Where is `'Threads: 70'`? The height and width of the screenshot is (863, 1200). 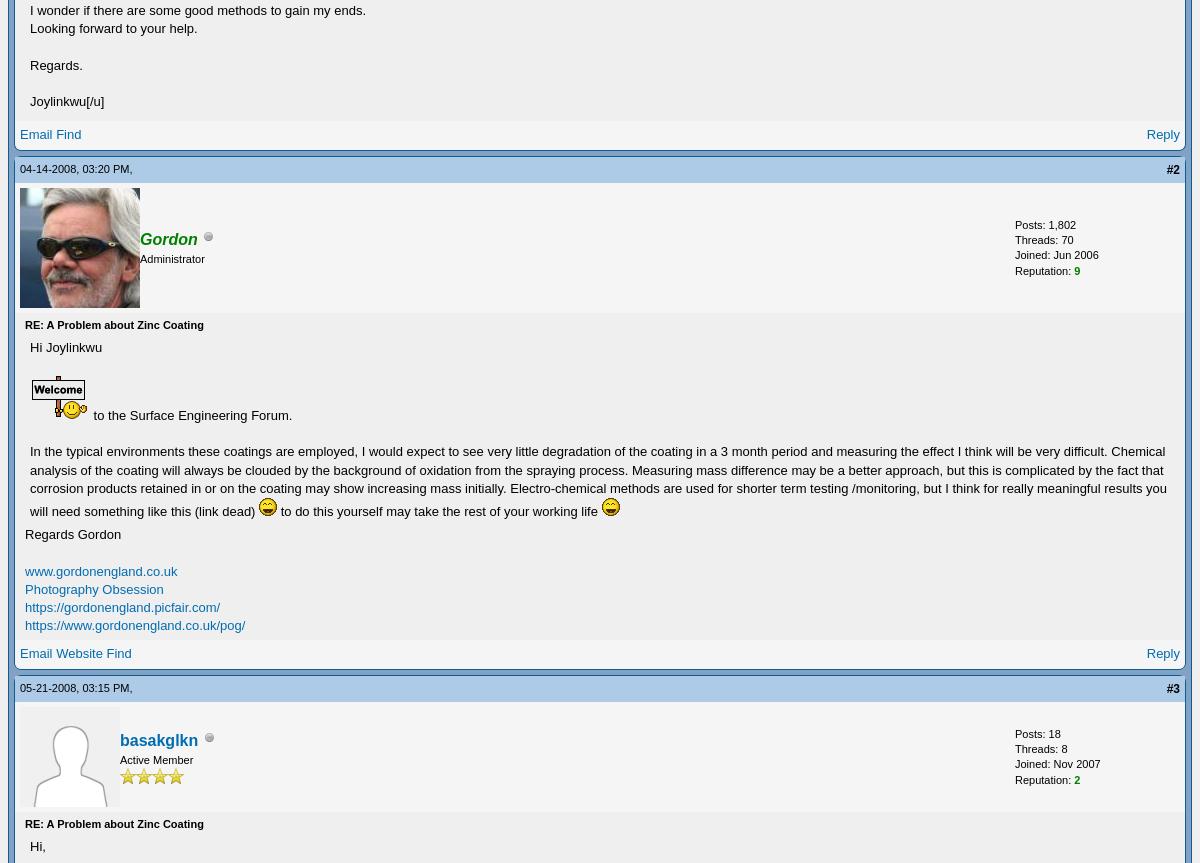 'Threads: 70' is located at coordinates (1014, 238).